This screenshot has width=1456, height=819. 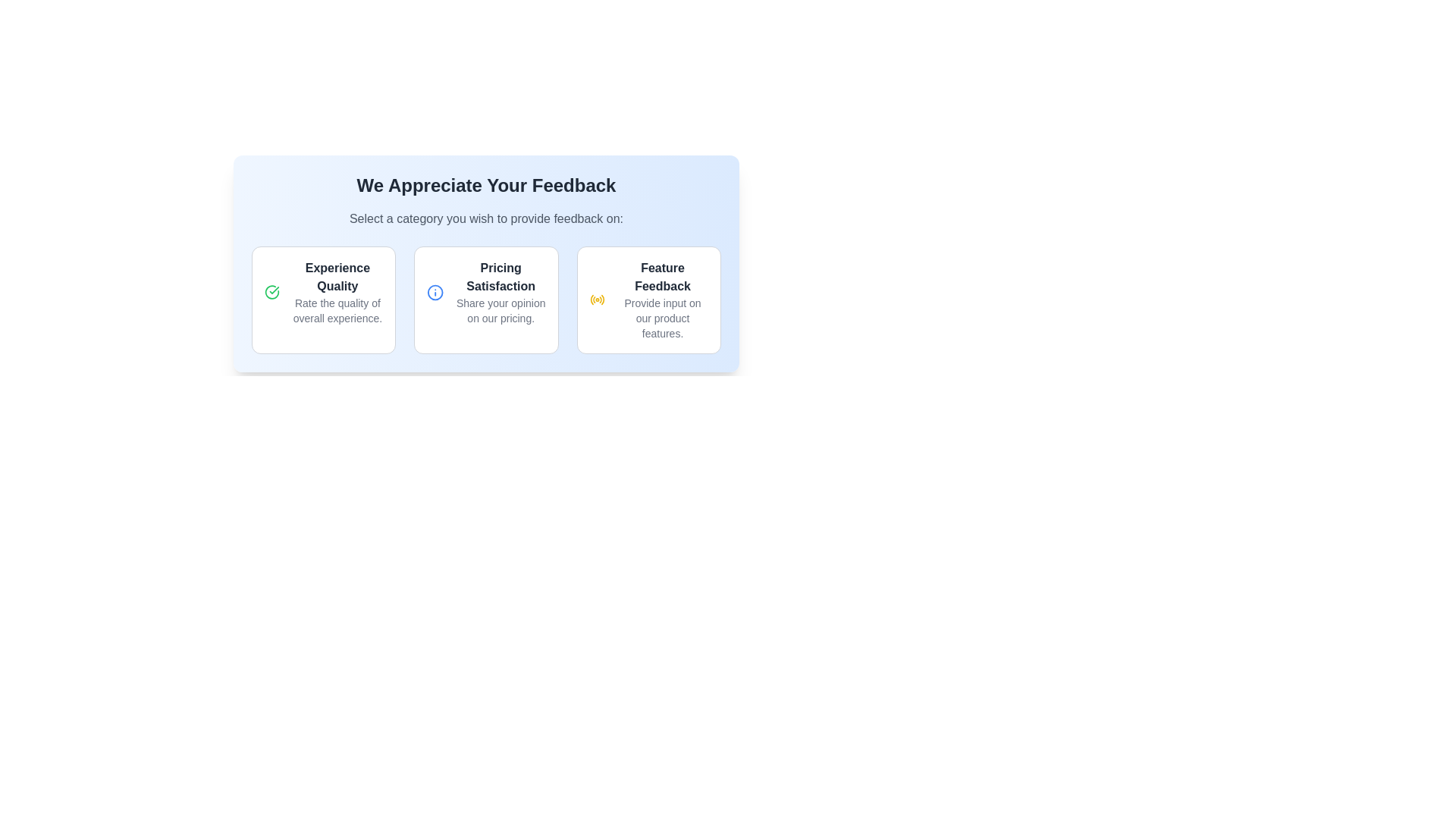 I want to click on text label indicating pricing satisfaction, which is located in the middle column above a smaller description text within a light blue background box, so click(x=500, y=278).